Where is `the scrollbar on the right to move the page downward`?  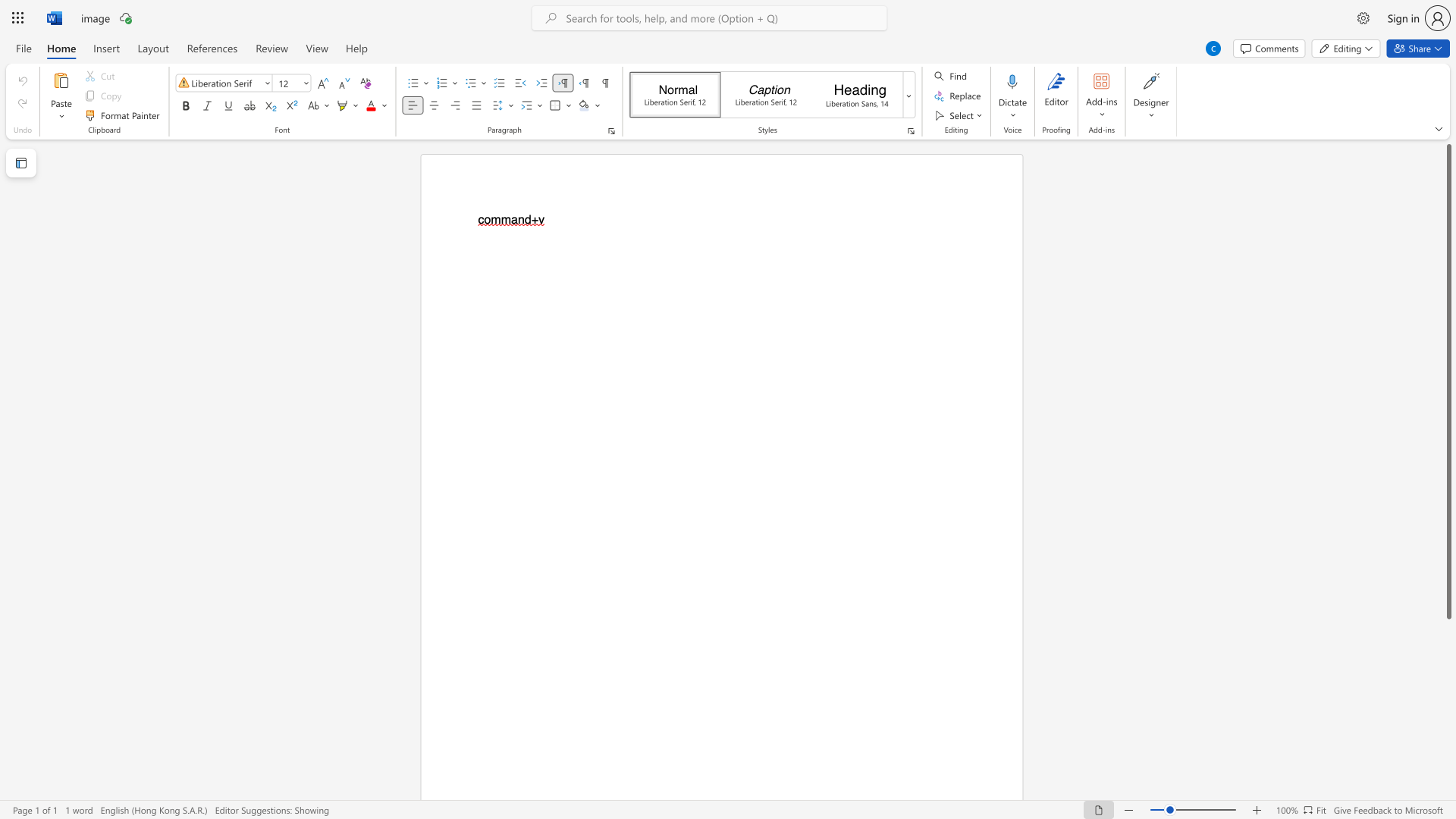
the scrollbar on the right to move the page downward is located at coordinates (1448, 704).